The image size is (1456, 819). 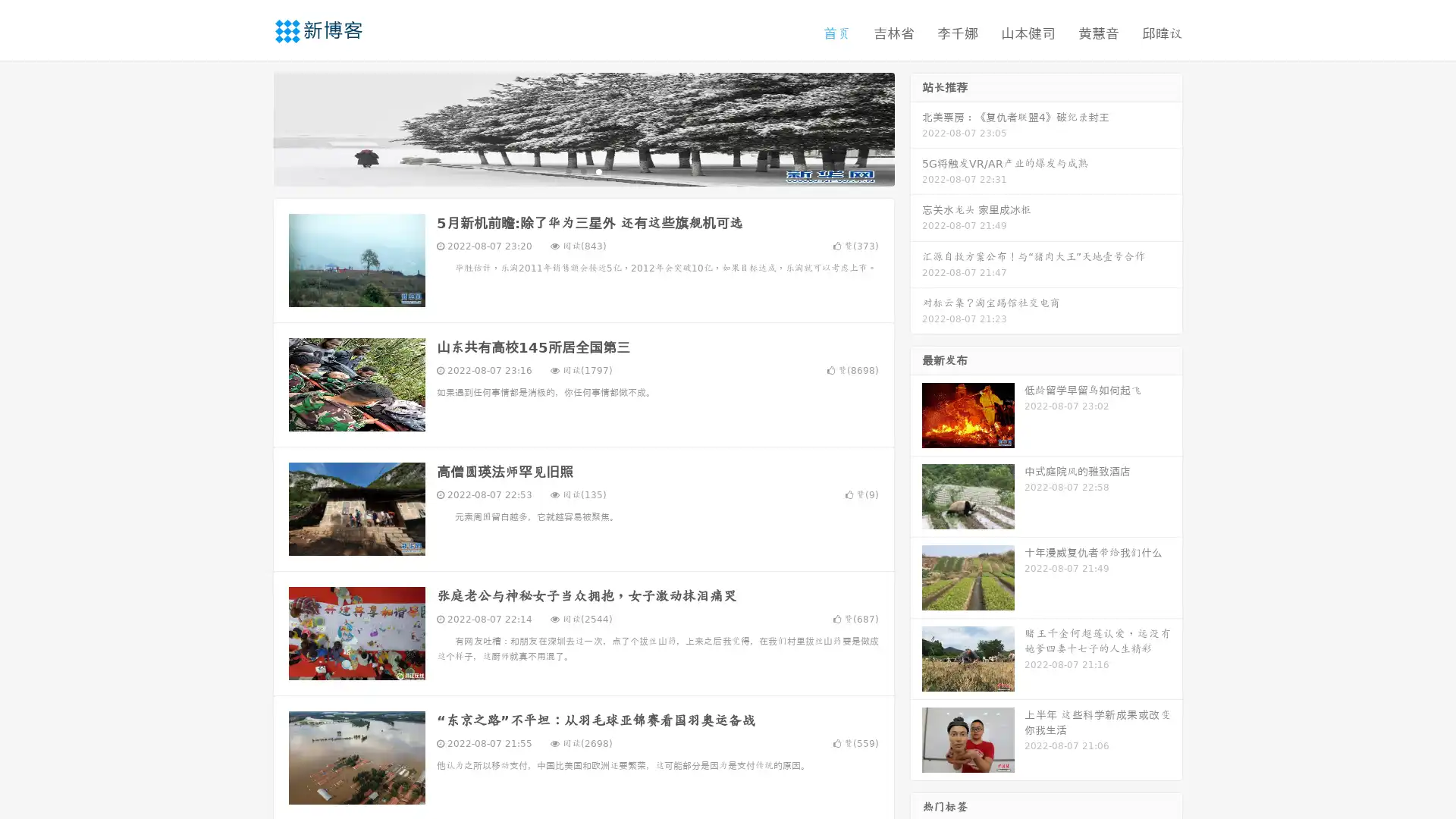 I want to click on Next slide, so click(x=916, y=127).